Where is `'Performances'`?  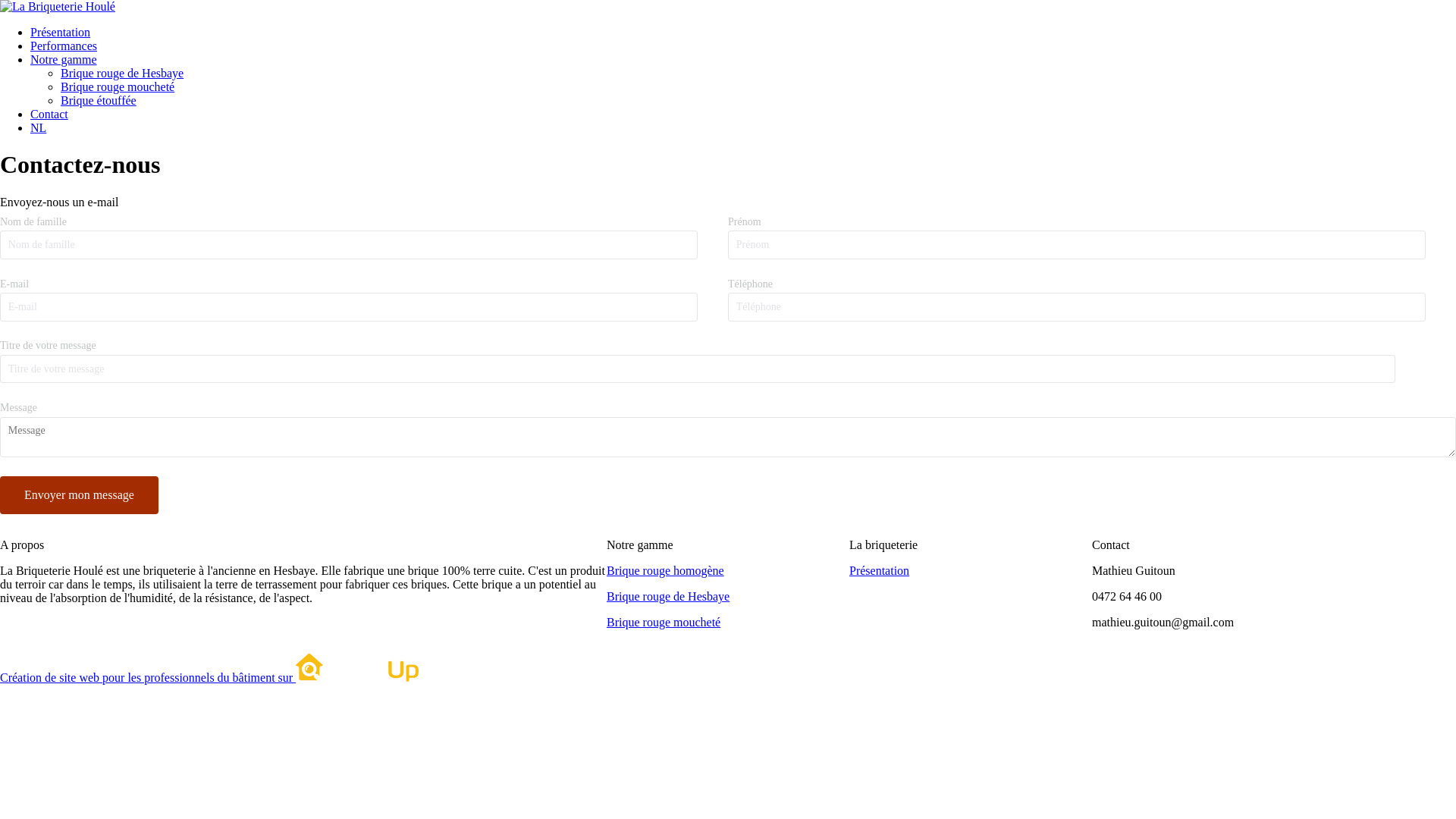 'Performances' is located at coordinates (62, 45).